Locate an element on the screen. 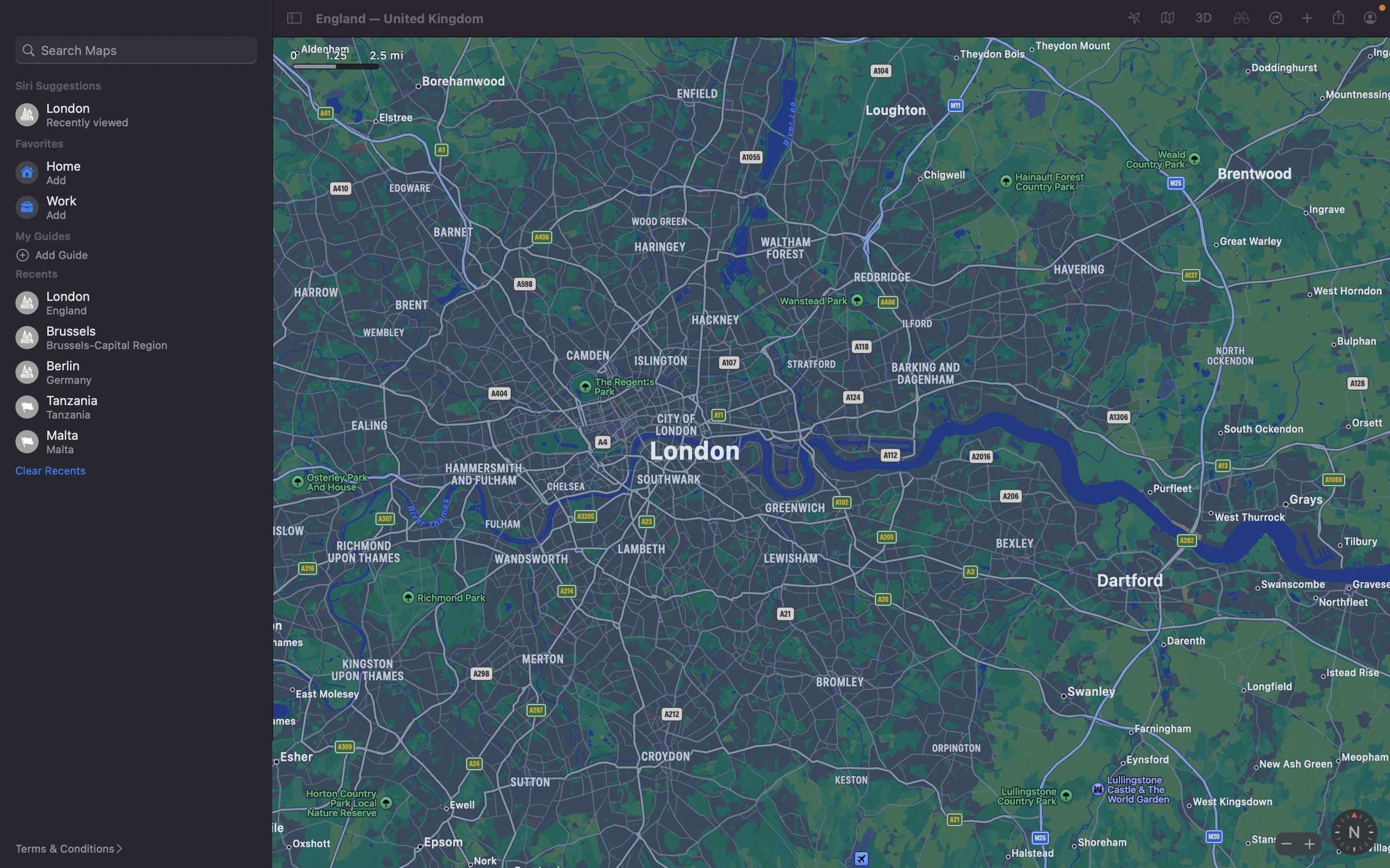 The height and width of the screenshot is (868, 1390). Insert a new workplace location is located at coordinates (139, 208).